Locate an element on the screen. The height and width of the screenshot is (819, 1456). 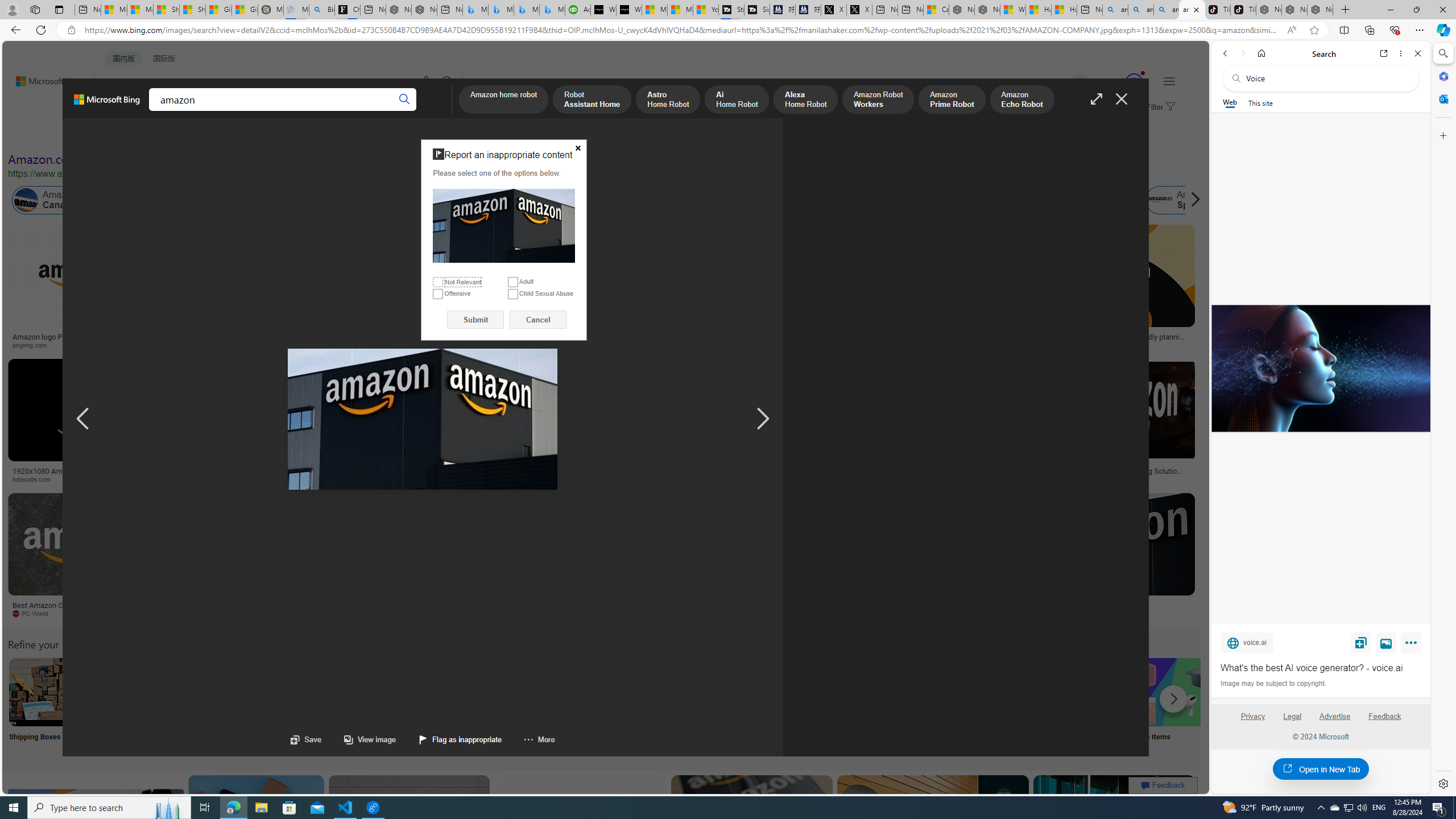
'Type' is located at coordinates (212, 135).